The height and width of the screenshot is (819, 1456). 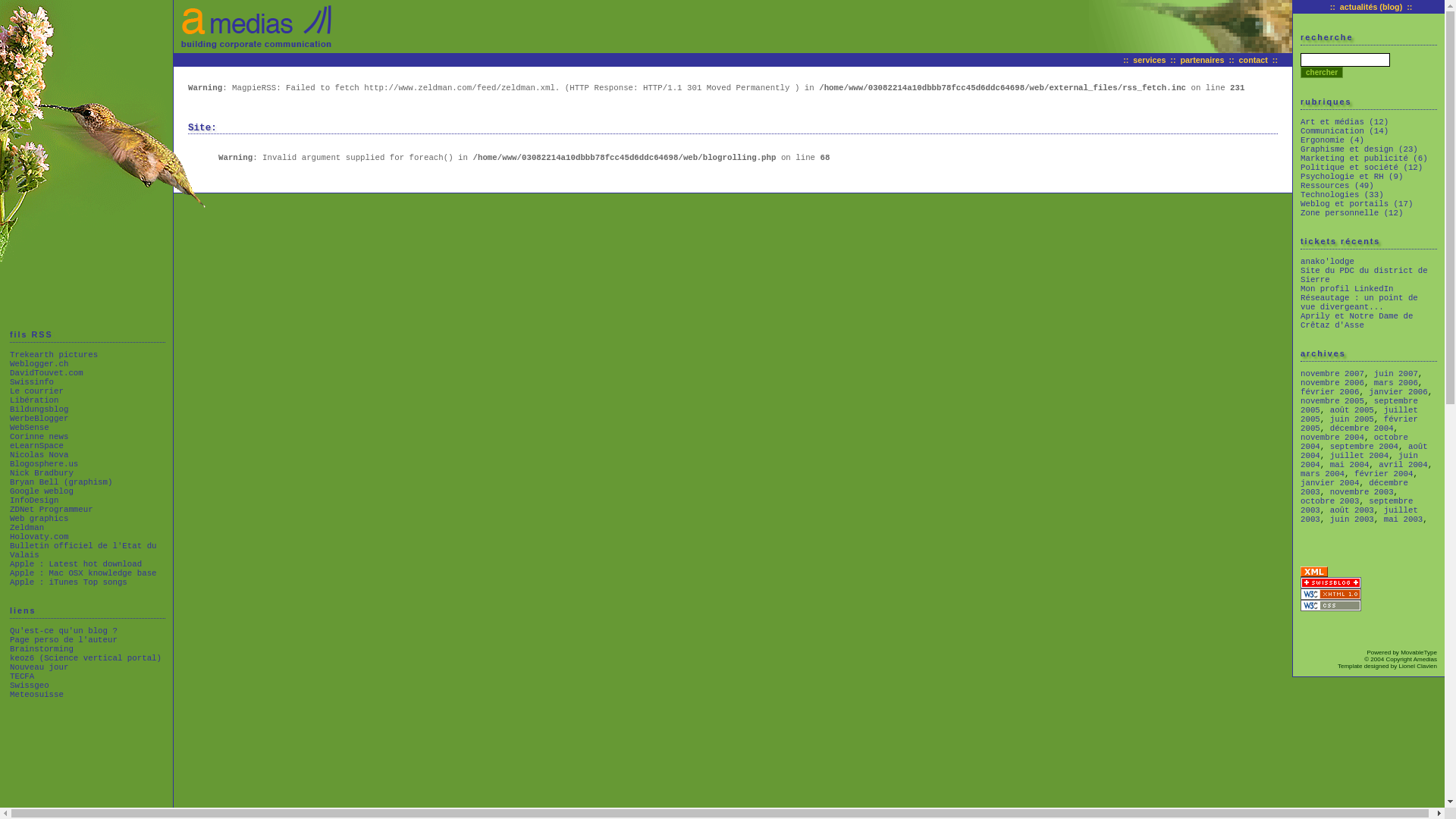 I want to click on 'septembre 2004', so click(x=1329, y=446).